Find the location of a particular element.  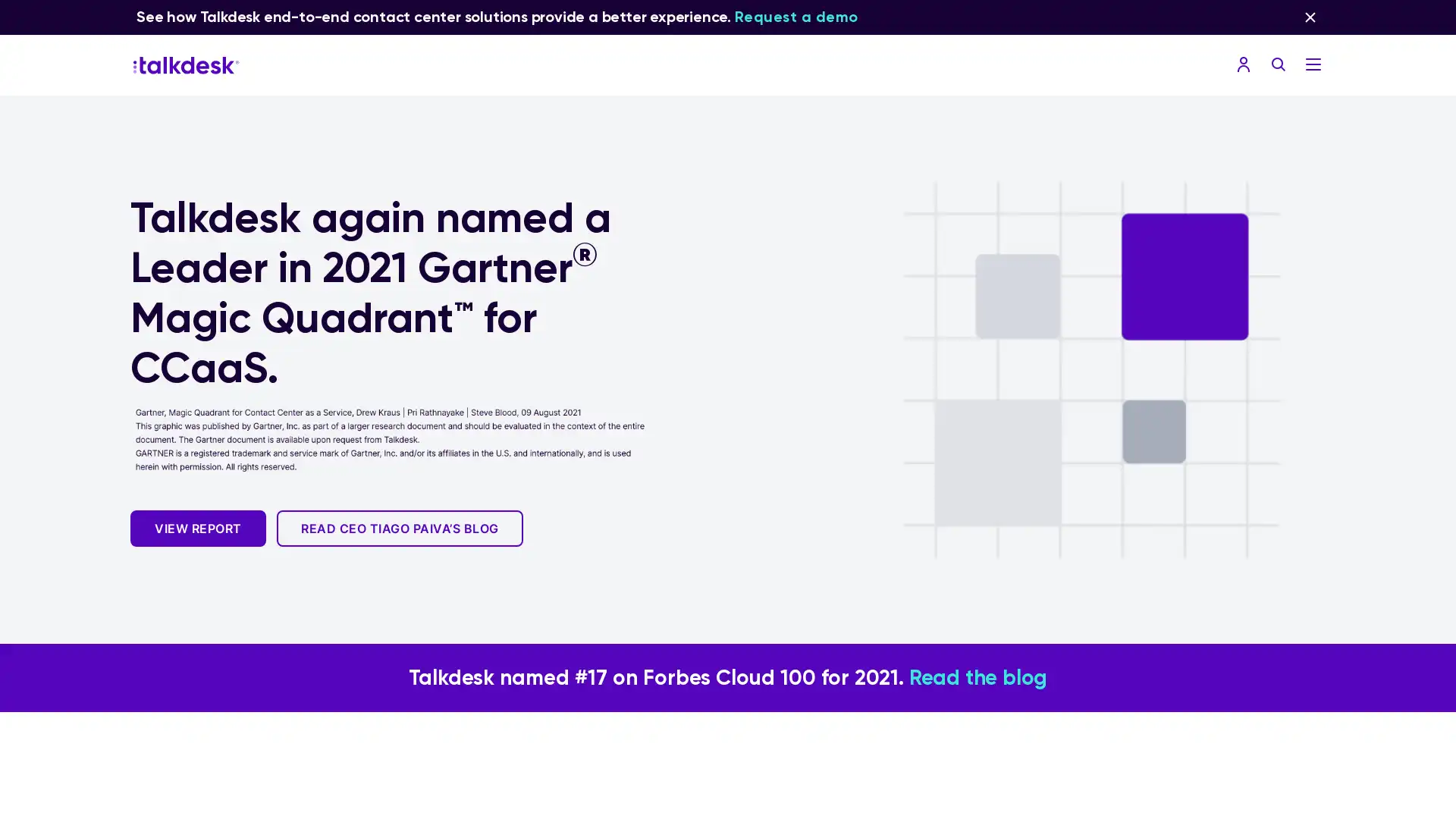

Save Settings is located at coordinates (616, 631).